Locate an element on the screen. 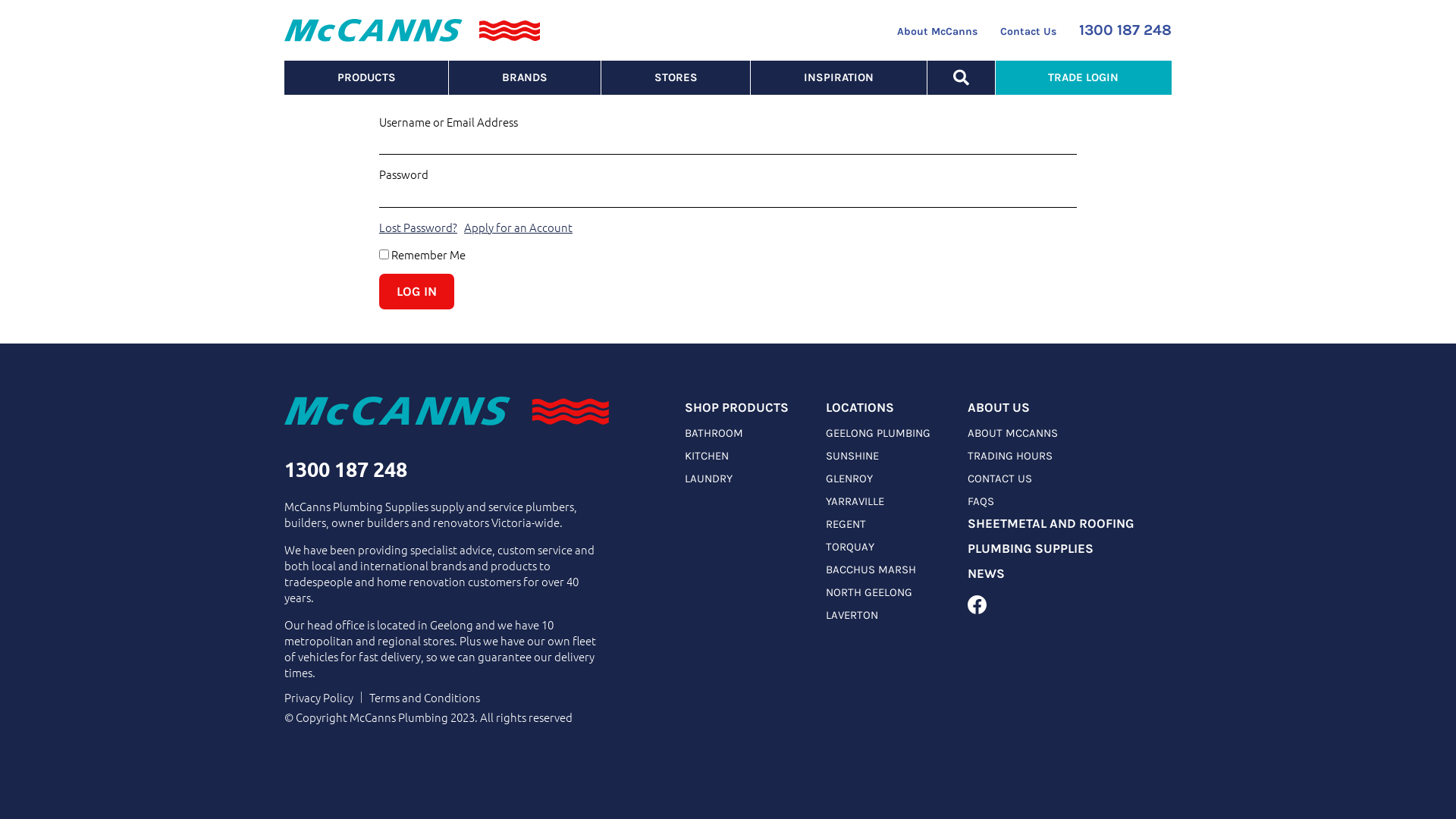 This screenshot has width=1456, height=819. 'TORQUAY' is located at coordinates (850, 547).